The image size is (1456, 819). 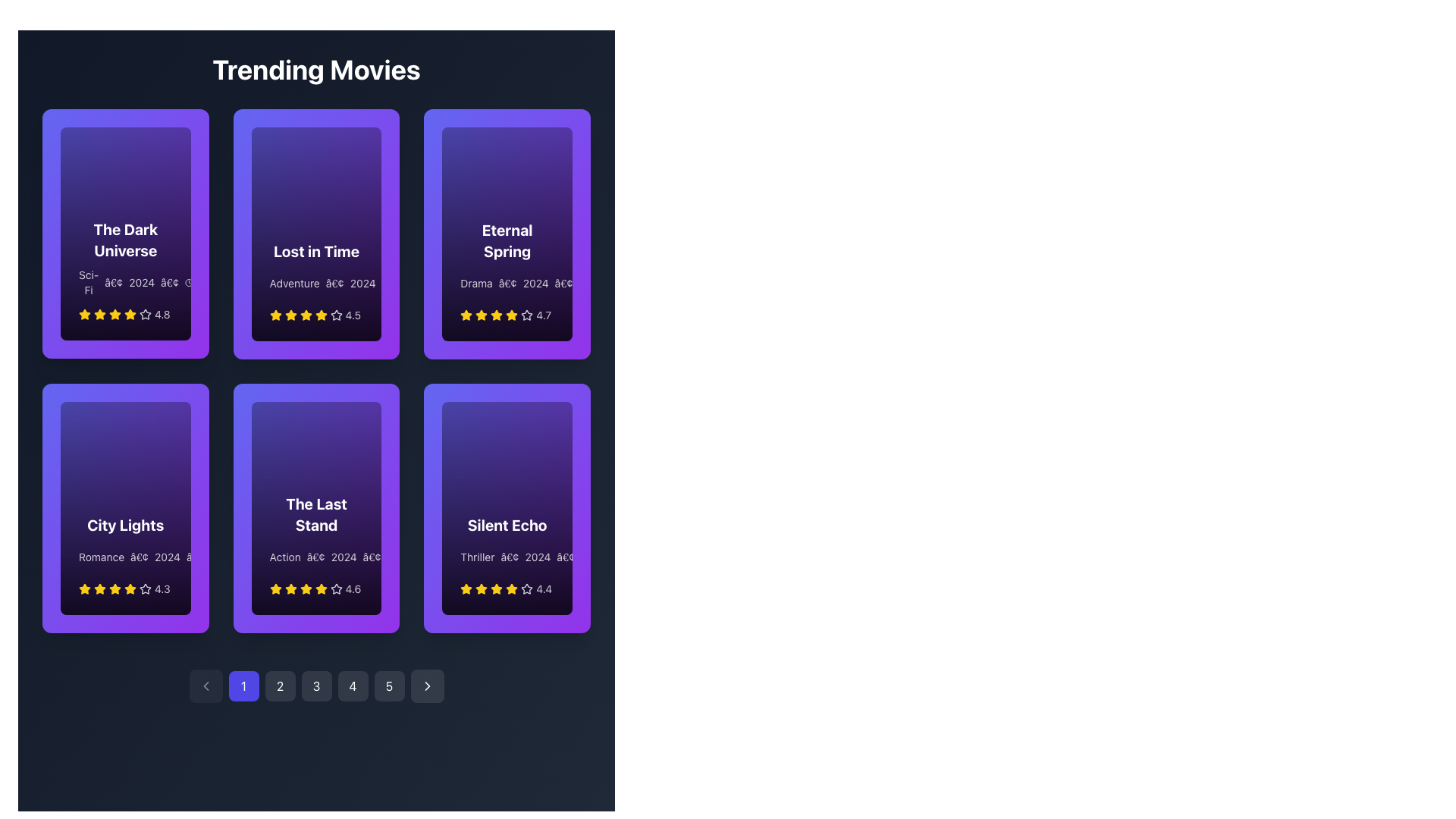 What do you see at coordinates (275, 588) in the screenshot?
I see `the star rating icon in the movie rating section for 'The Last Stand', which is located in the second row and second column of the grid layout` at bounding box center [275, 588].